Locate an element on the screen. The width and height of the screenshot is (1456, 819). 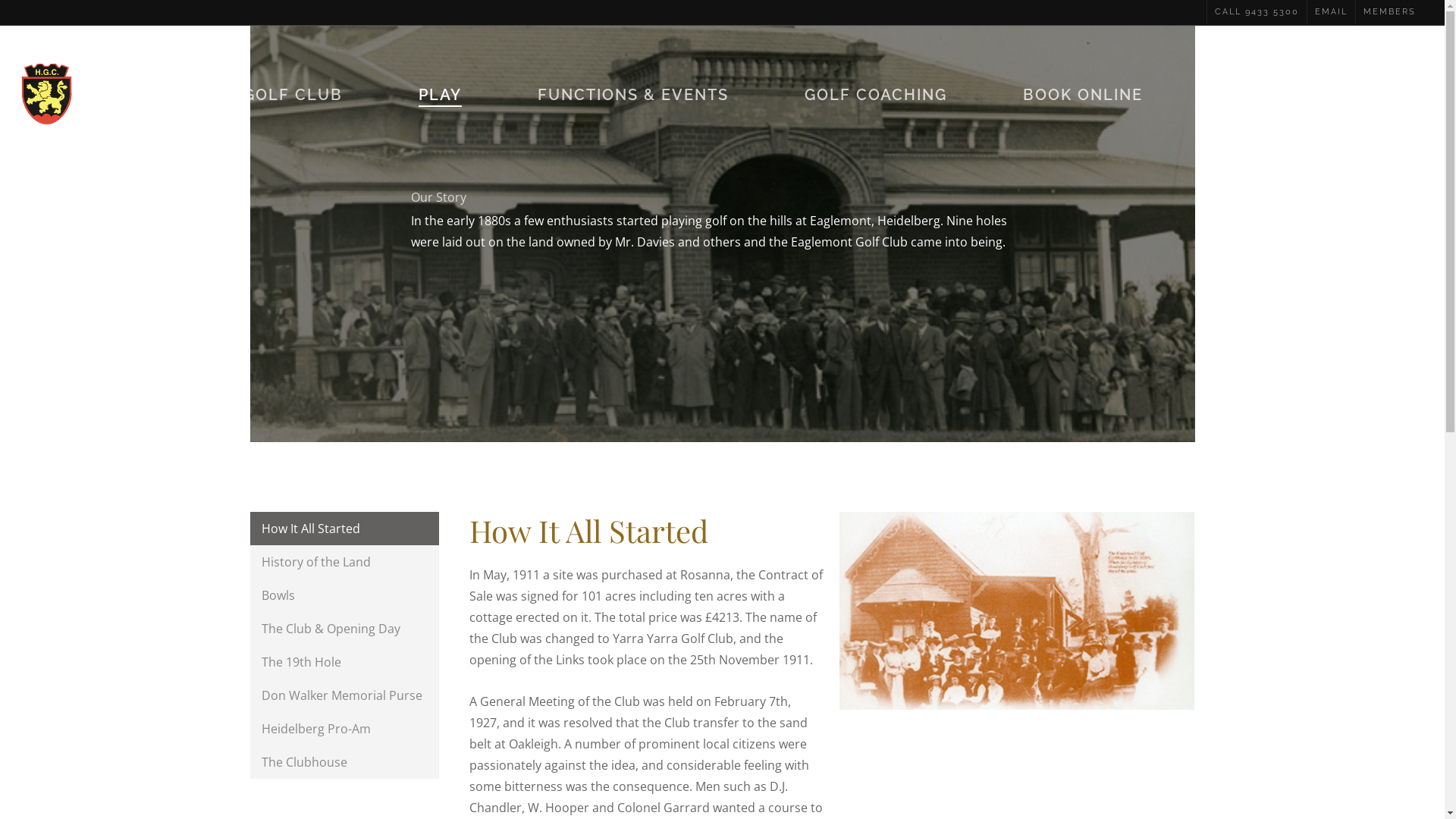
'FUNCTIONS & EVENTS' is located at coordinates (538, 93).